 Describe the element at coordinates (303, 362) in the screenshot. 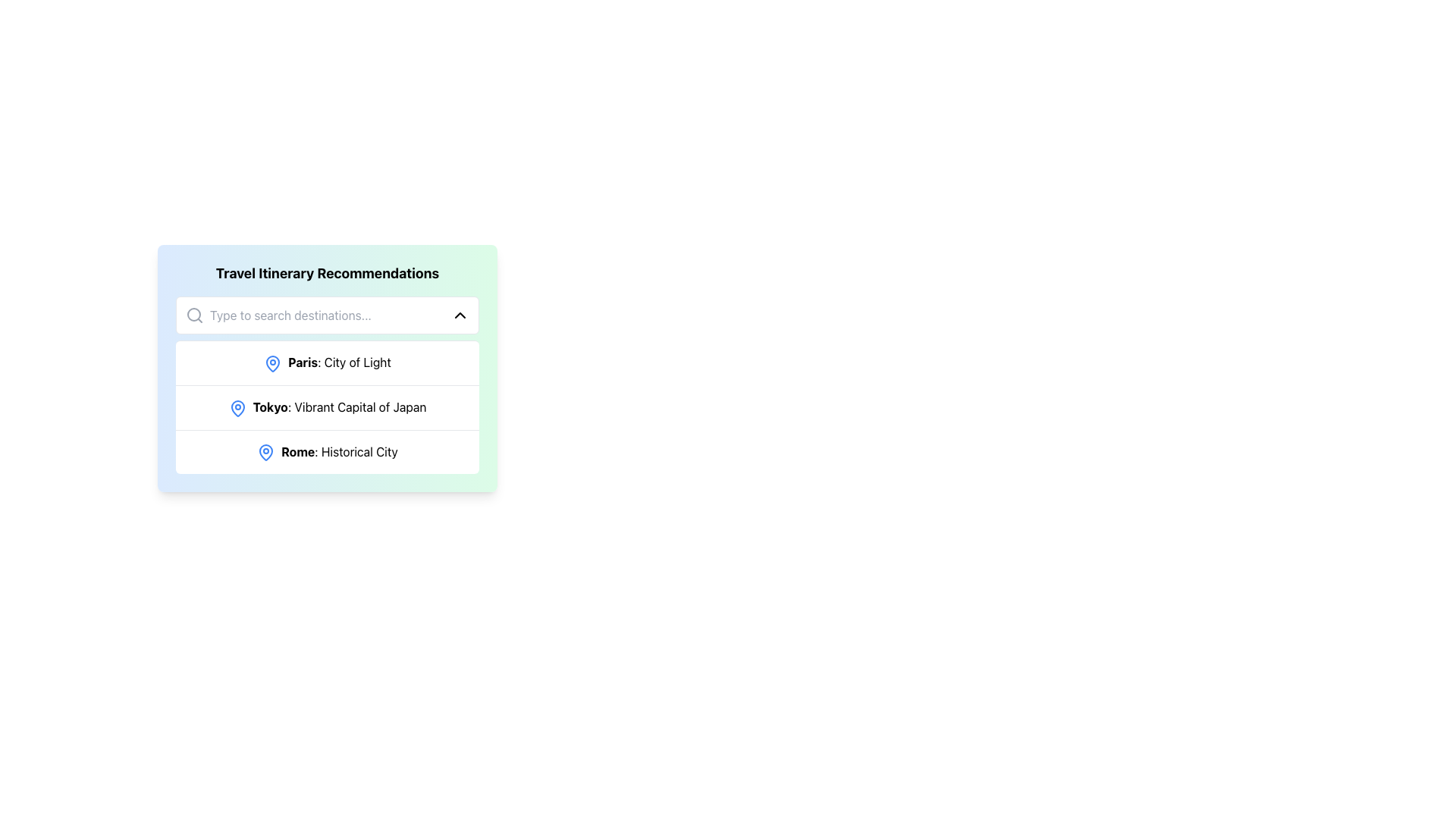

I see `text from the Label that identifies the location 'Paris' within the Travel Itinerary Recommendations list` at that location.